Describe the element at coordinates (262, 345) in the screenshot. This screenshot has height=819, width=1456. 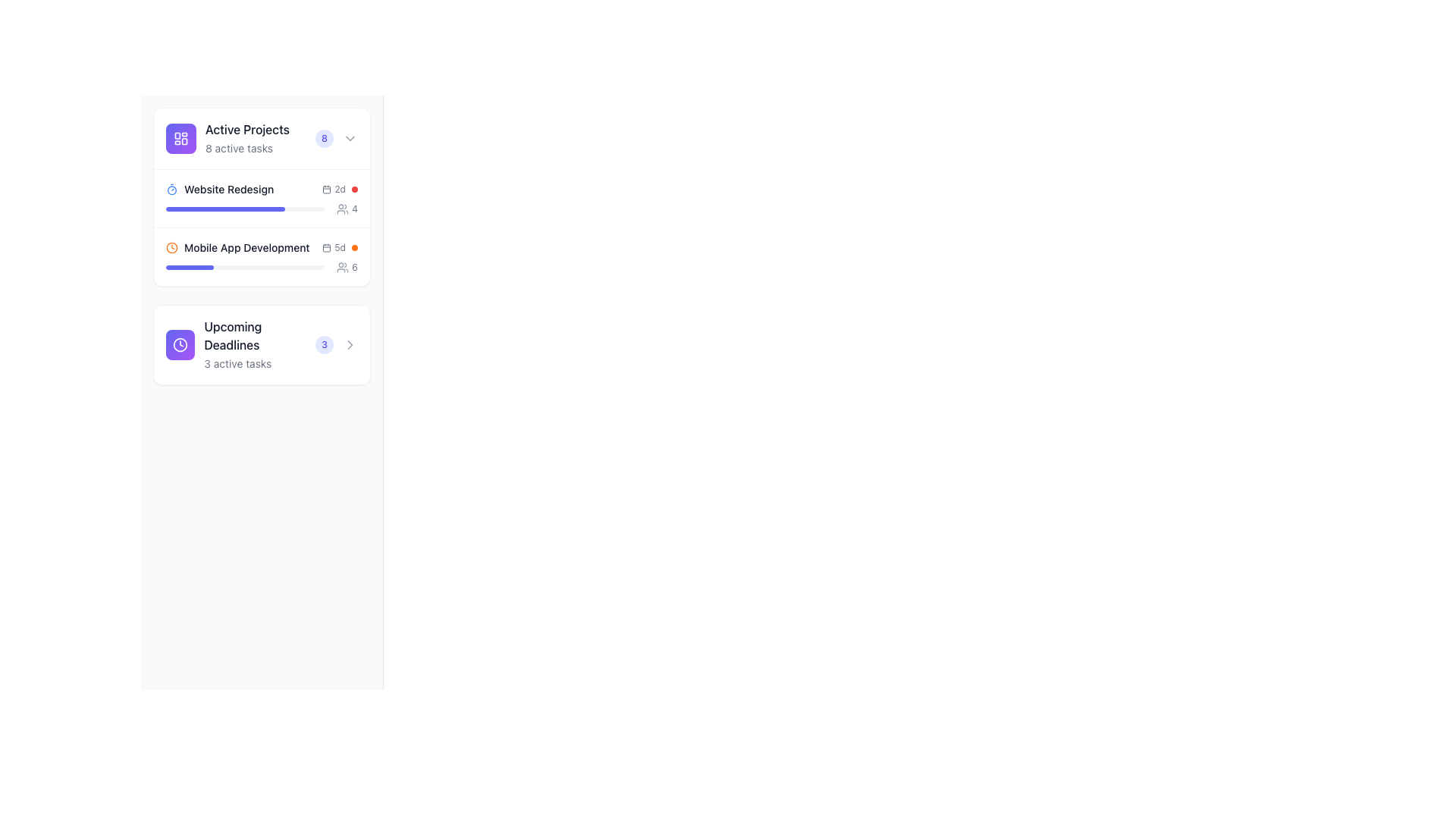
I see `the 'Upcoming Deadlines' Overview card, which is the last task card in the list of 'Active Projects'` at that location.